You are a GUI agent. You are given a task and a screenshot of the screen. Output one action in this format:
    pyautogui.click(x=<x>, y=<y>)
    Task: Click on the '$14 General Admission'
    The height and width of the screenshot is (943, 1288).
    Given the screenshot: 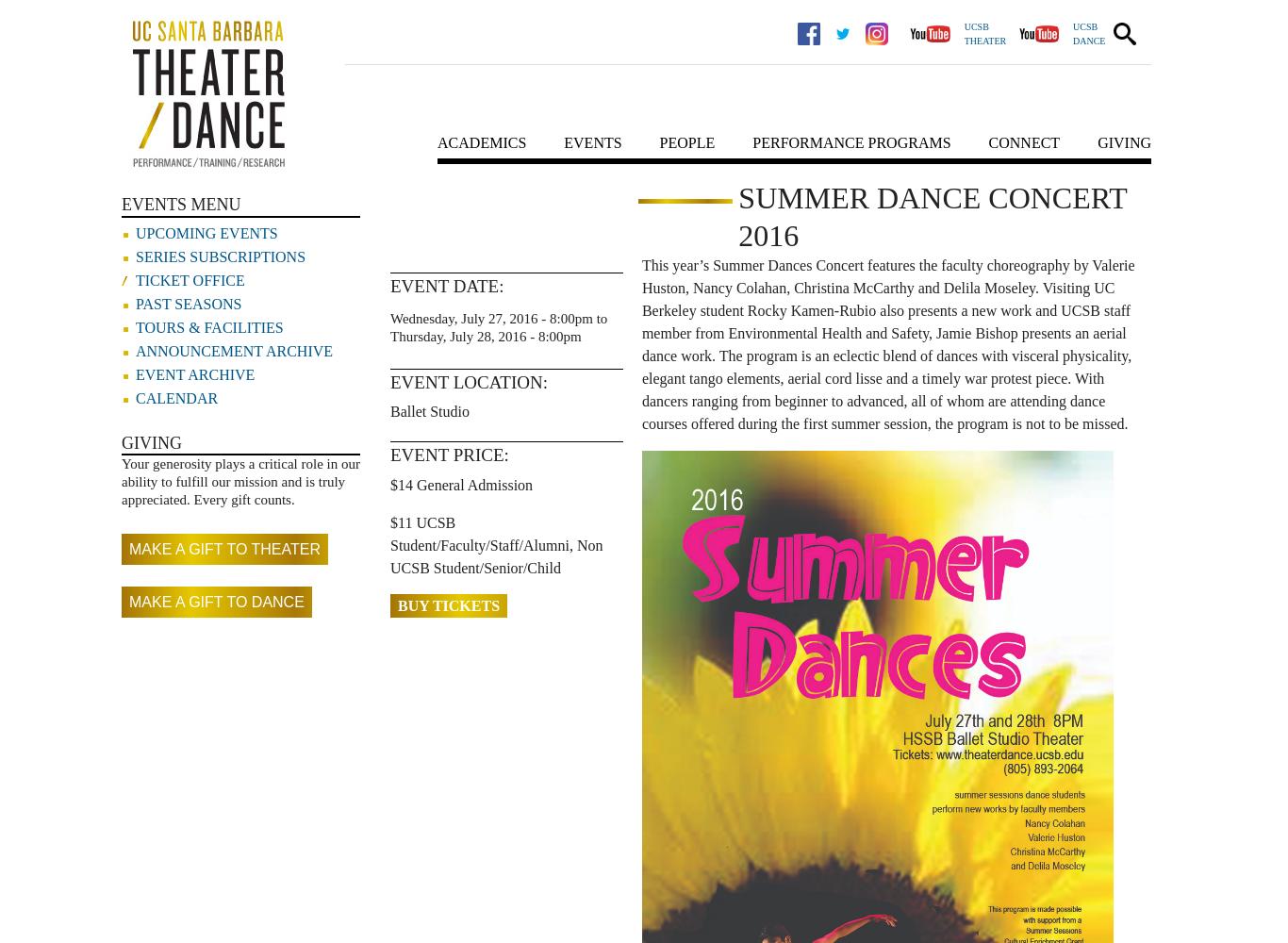 What is the action you would take?
    pyautogui.click(x=461, y=484)
    